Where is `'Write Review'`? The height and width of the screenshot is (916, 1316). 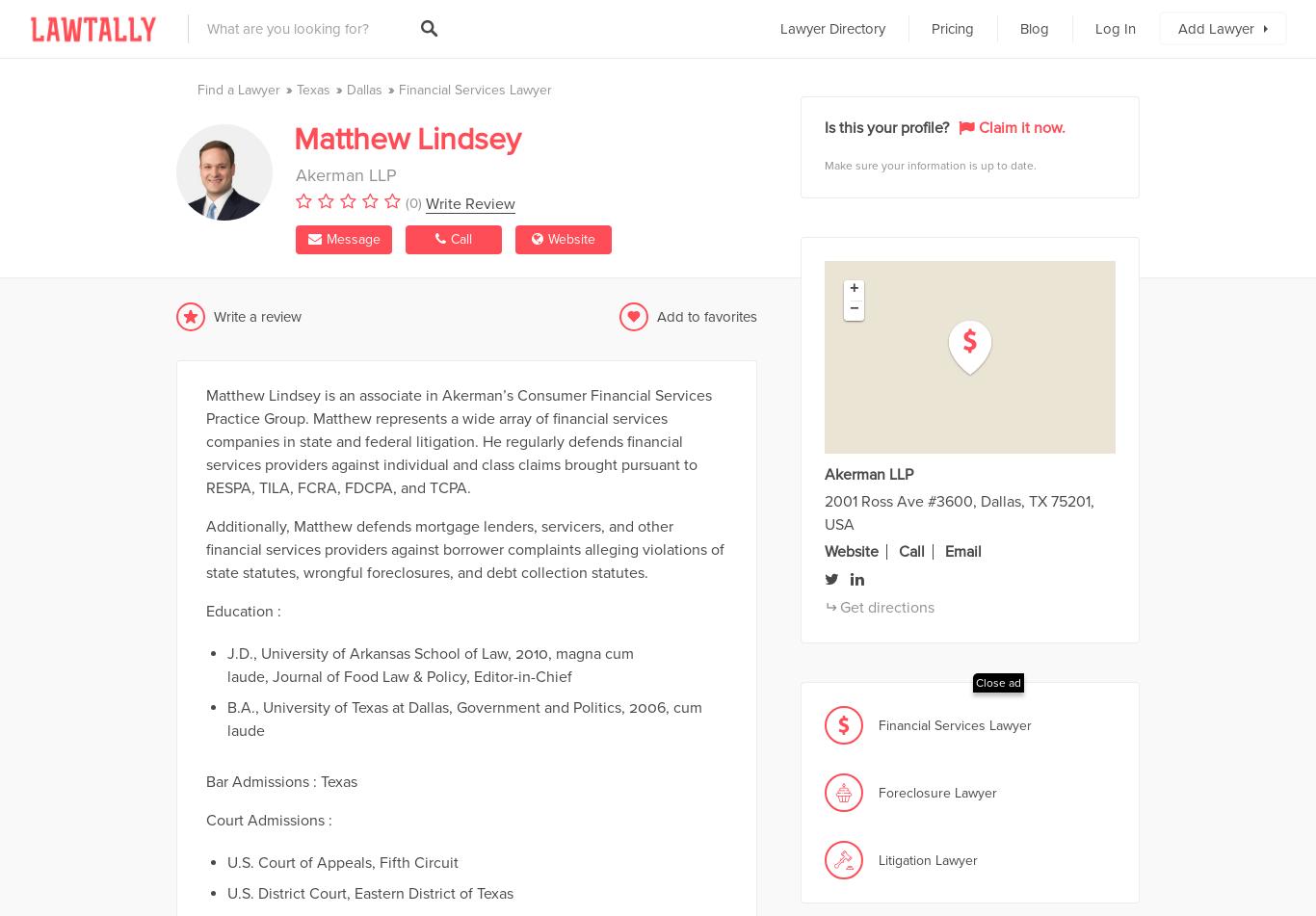 'Write Review' is located at coordinates (470, 203).